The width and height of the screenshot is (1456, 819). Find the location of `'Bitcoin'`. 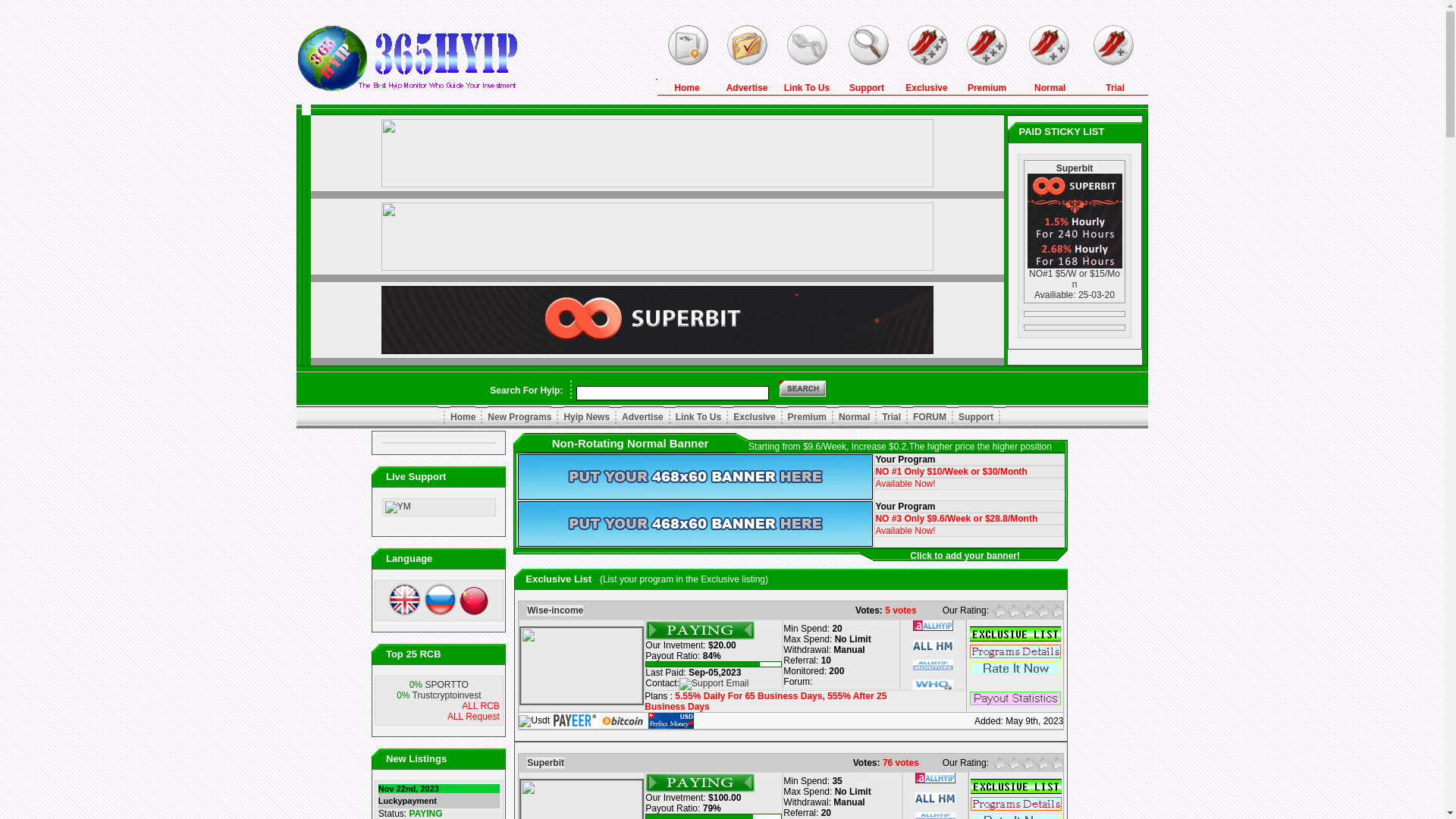

'Bitcoin' is located at coordinates (623, 719).